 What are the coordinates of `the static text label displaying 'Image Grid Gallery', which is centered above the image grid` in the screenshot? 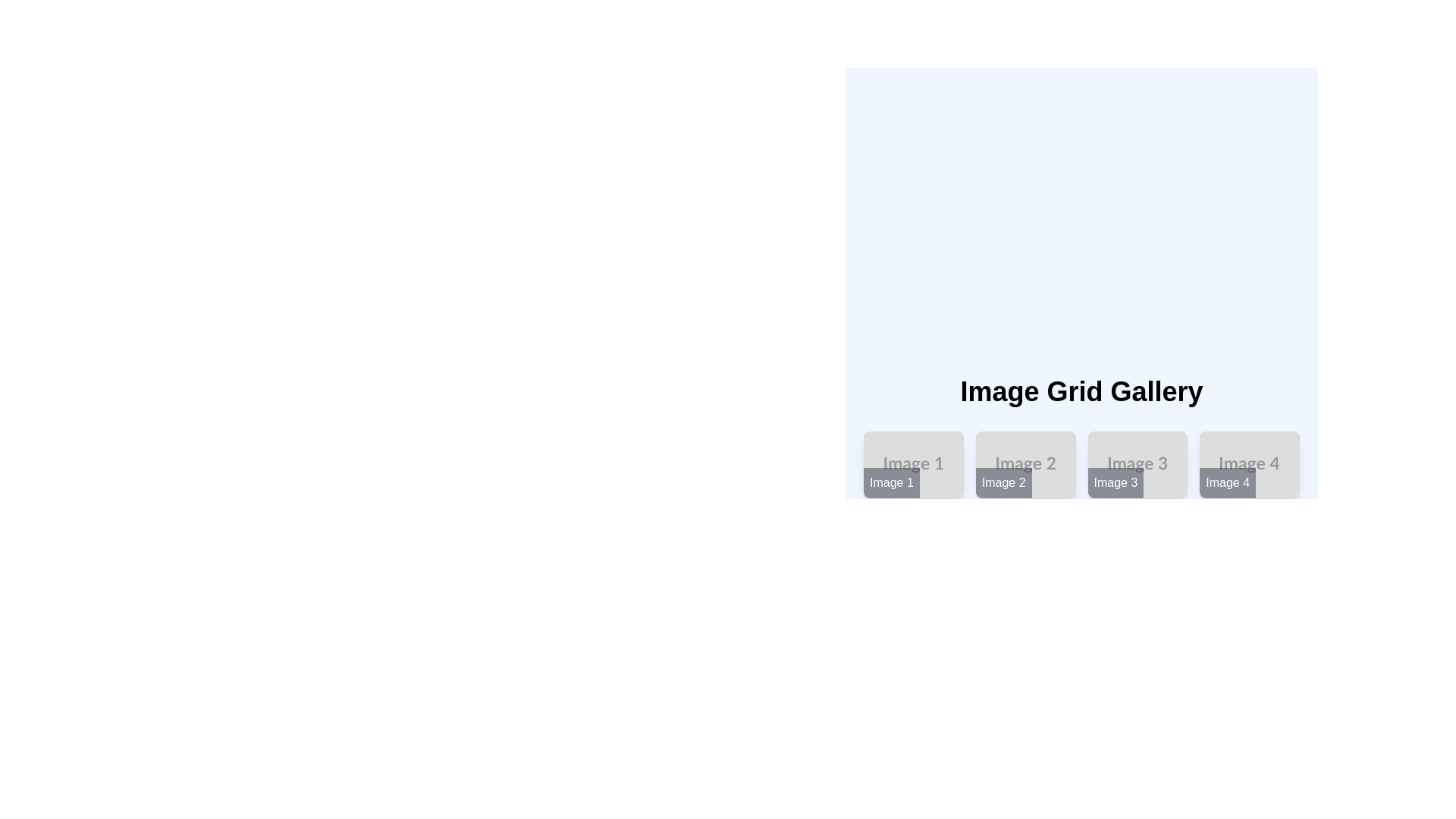 It's located at (1081, 391).